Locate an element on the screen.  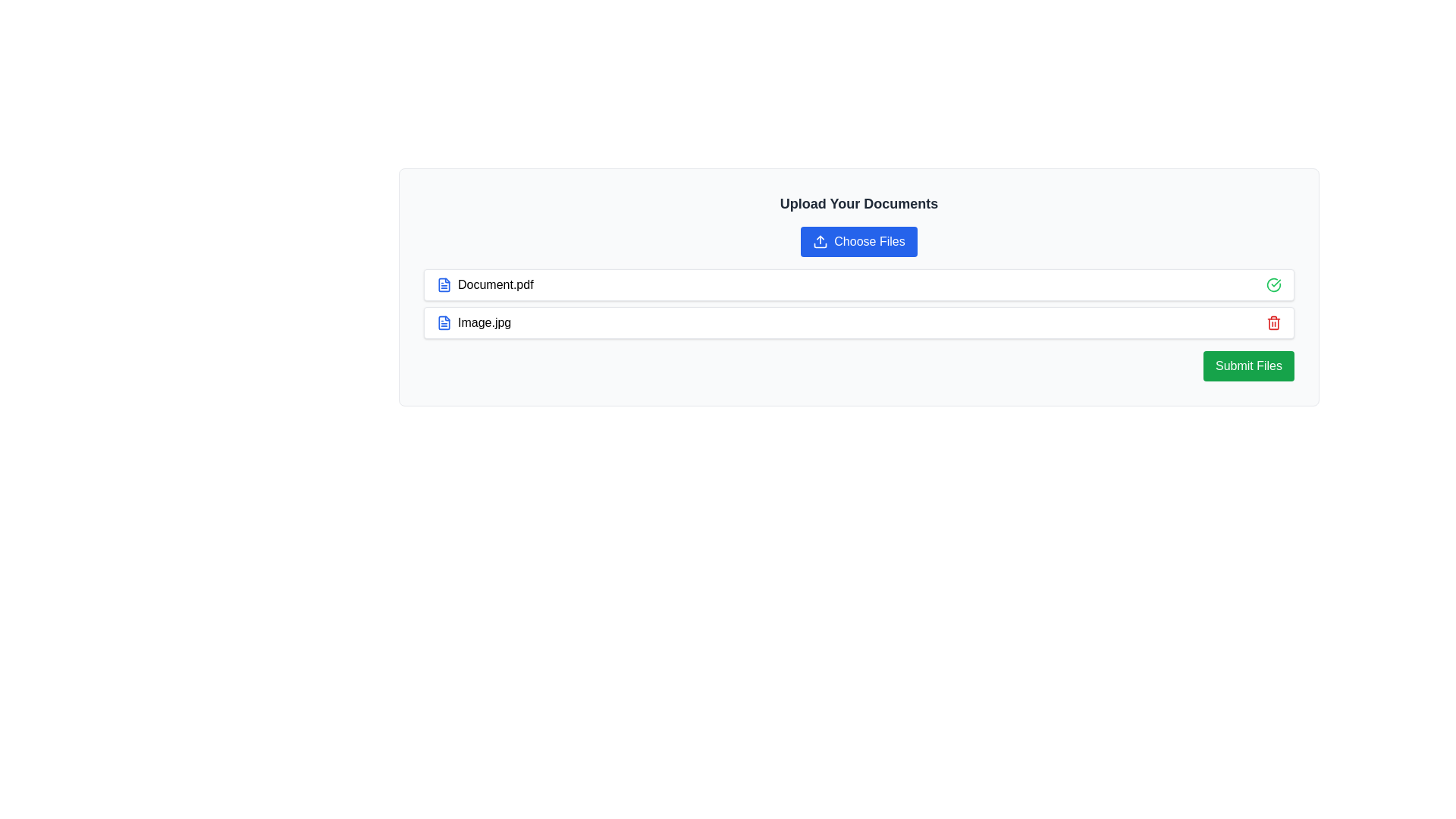
the second row of the file entry component displaying 'Image.jpg', located below 'Document.pdf' is located at coordinates (858, 322).